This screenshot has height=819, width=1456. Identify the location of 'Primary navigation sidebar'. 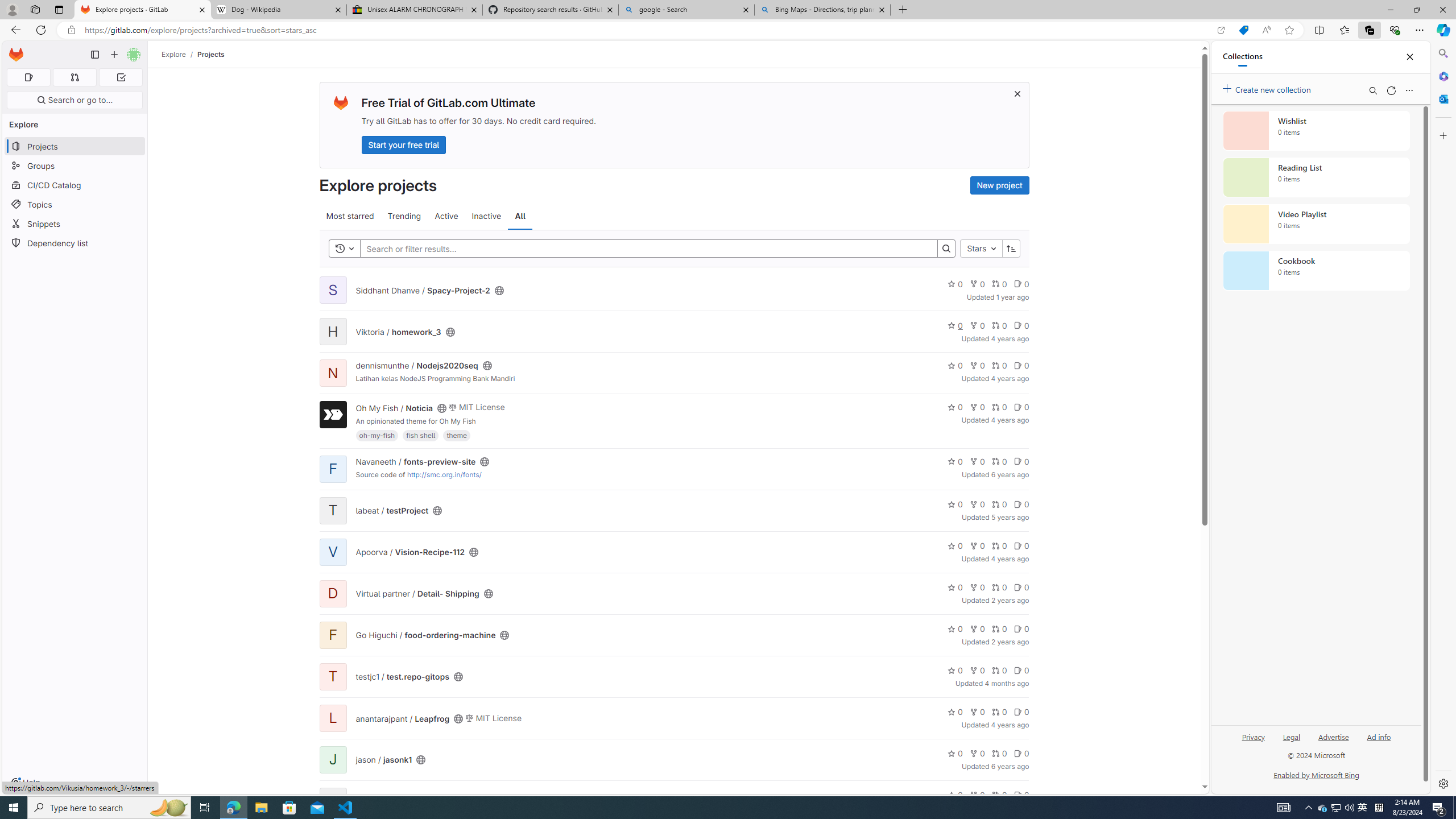
(94, 54).